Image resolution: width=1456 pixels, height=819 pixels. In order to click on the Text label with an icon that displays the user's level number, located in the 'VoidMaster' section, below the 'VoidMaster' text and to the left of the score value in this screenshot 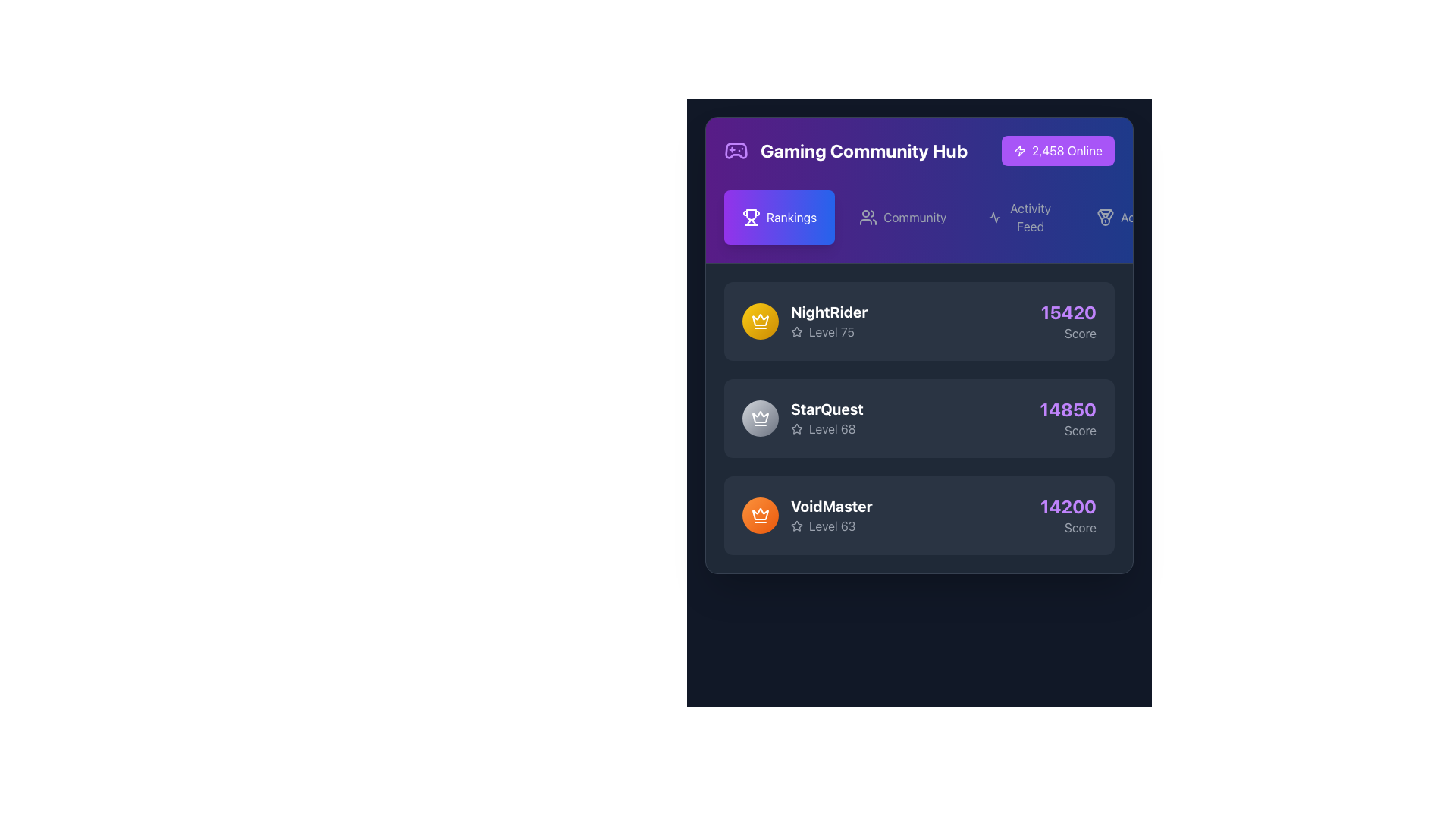, I will do `click(830, 526)`.